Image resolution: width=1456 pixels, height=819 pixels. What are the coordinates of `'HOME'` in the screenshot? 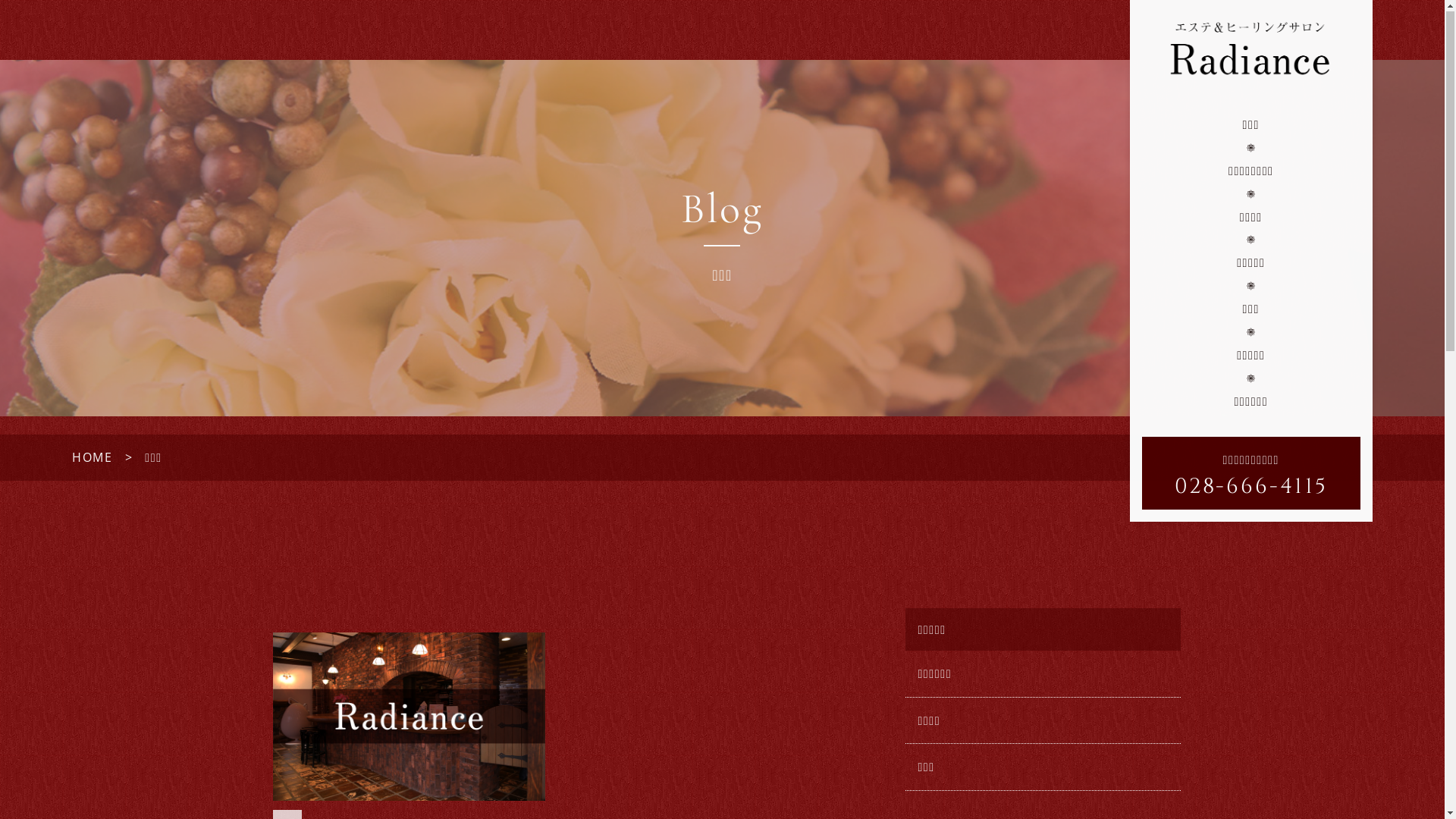 It's located at (91, 457).